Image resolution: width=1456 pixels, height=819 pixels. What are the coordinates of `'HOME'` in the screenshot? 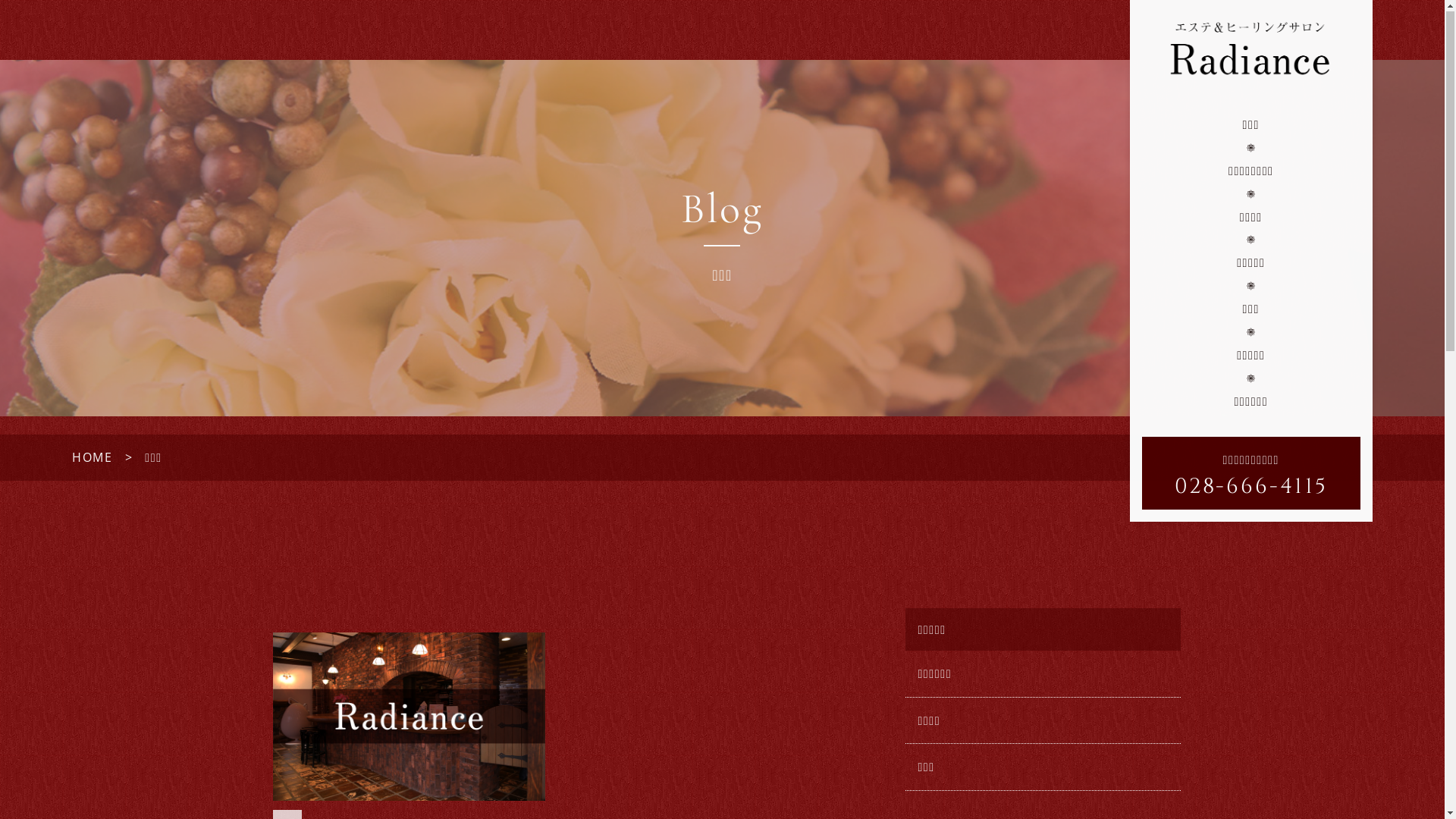 It's located at (91, 457).